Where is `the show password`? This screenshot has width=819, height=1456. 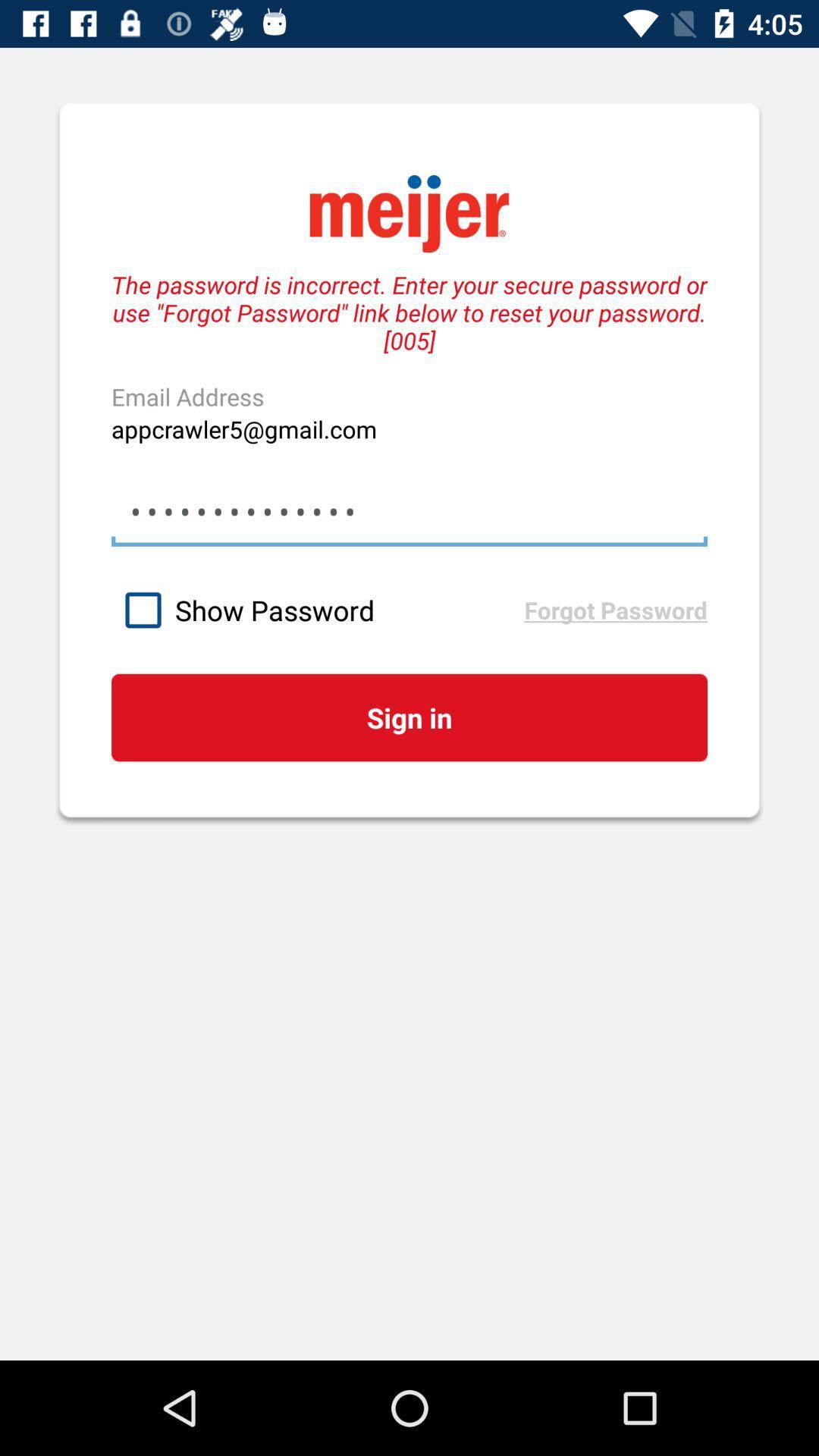
the show password is located at coordinates (317, 610).